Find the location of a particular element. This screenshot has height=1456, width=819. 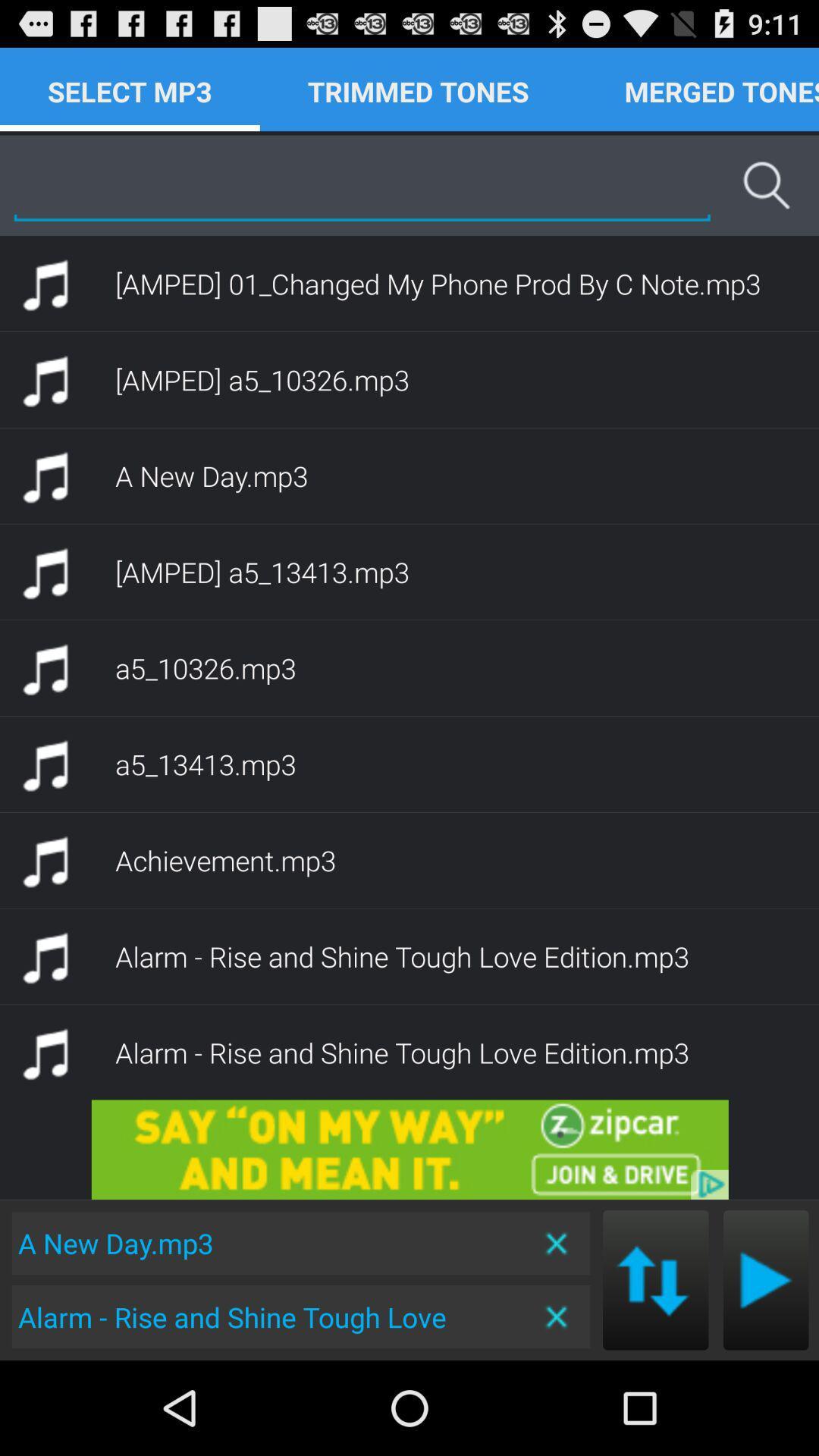

the close button is located at coordinates (557, 1316).